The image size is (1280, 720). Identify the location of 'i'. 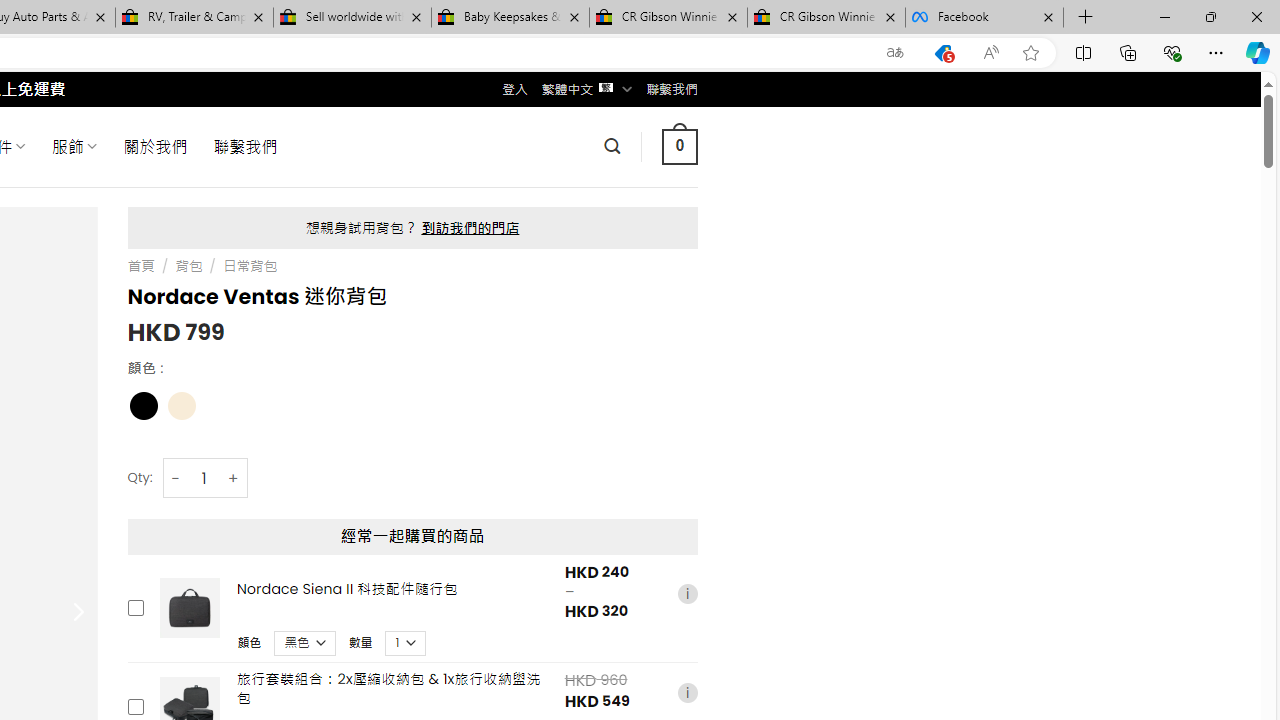
(687, 691).